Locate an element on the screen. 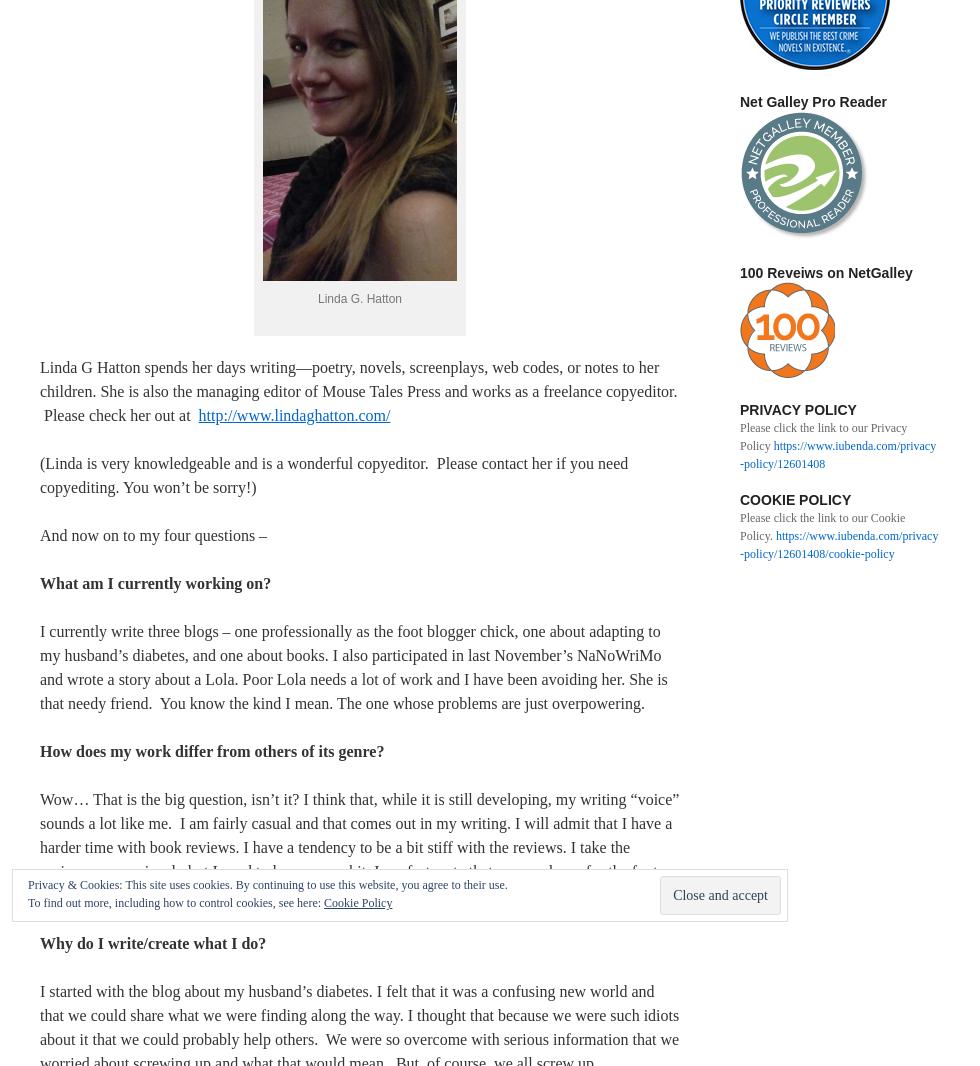  'How does my work differ from others of its genre?' is located at coordinates (214, 749).